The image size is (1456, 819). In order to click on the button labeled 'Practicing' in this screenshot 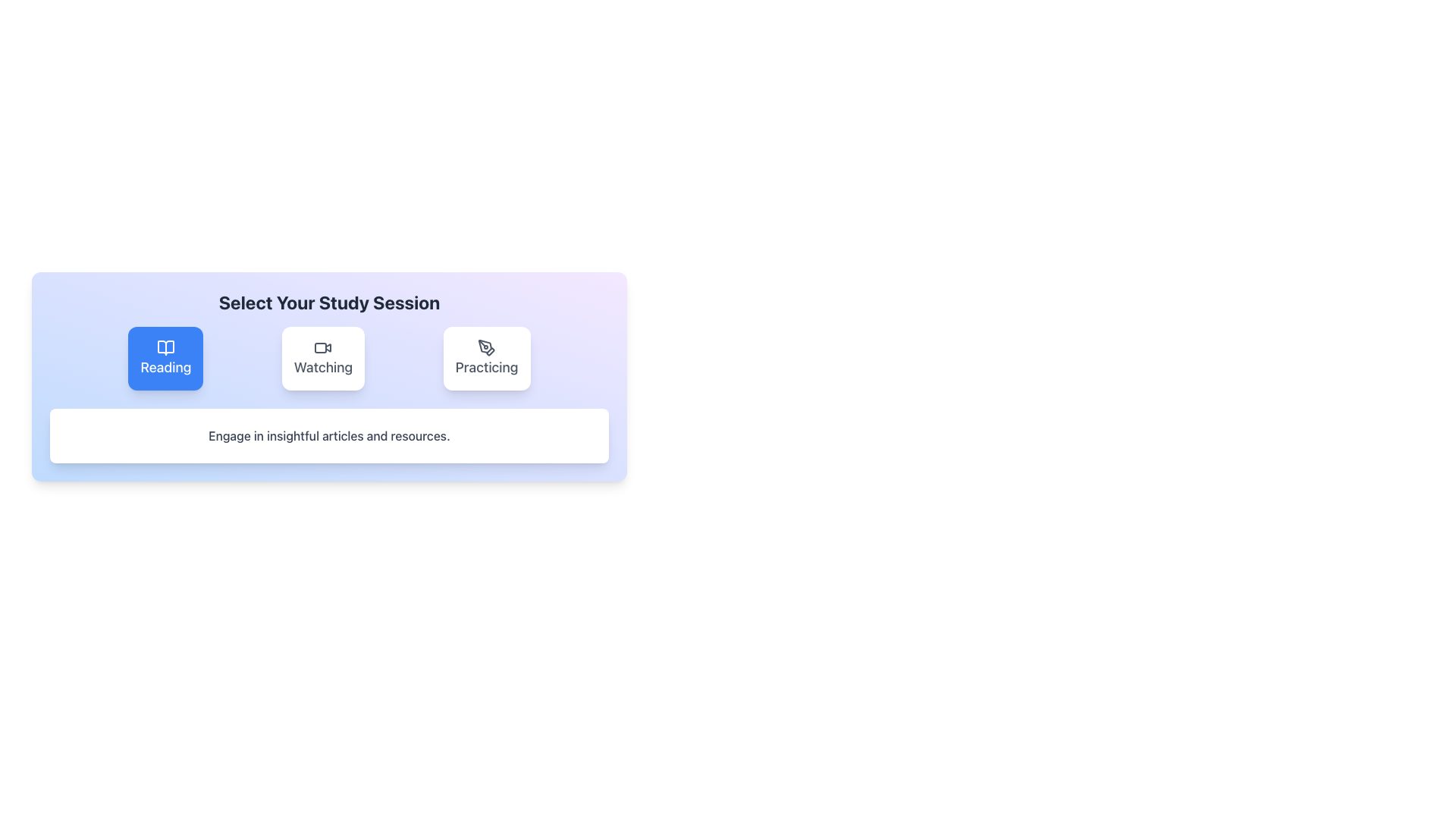, I will do `click(487, 368)`.